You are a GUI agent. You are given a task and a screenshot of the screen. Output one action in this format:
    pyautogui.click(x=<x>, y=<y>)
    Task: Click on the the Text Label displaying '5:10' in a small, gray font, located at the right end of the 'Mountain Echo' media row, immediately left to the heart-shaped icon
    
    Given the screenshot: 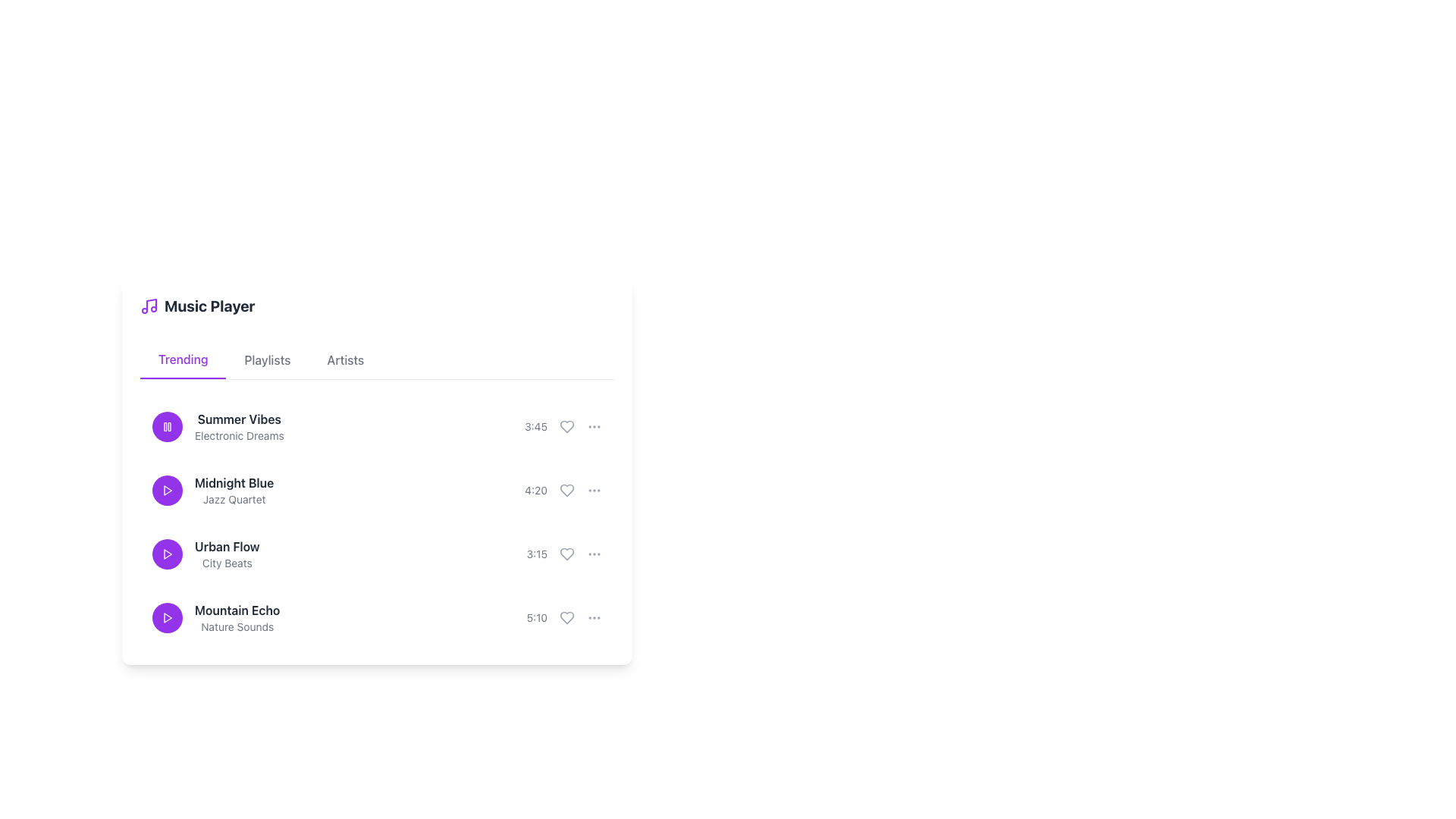 What is the action you would take?
    pyautogui.click(x=563, y=617)
    